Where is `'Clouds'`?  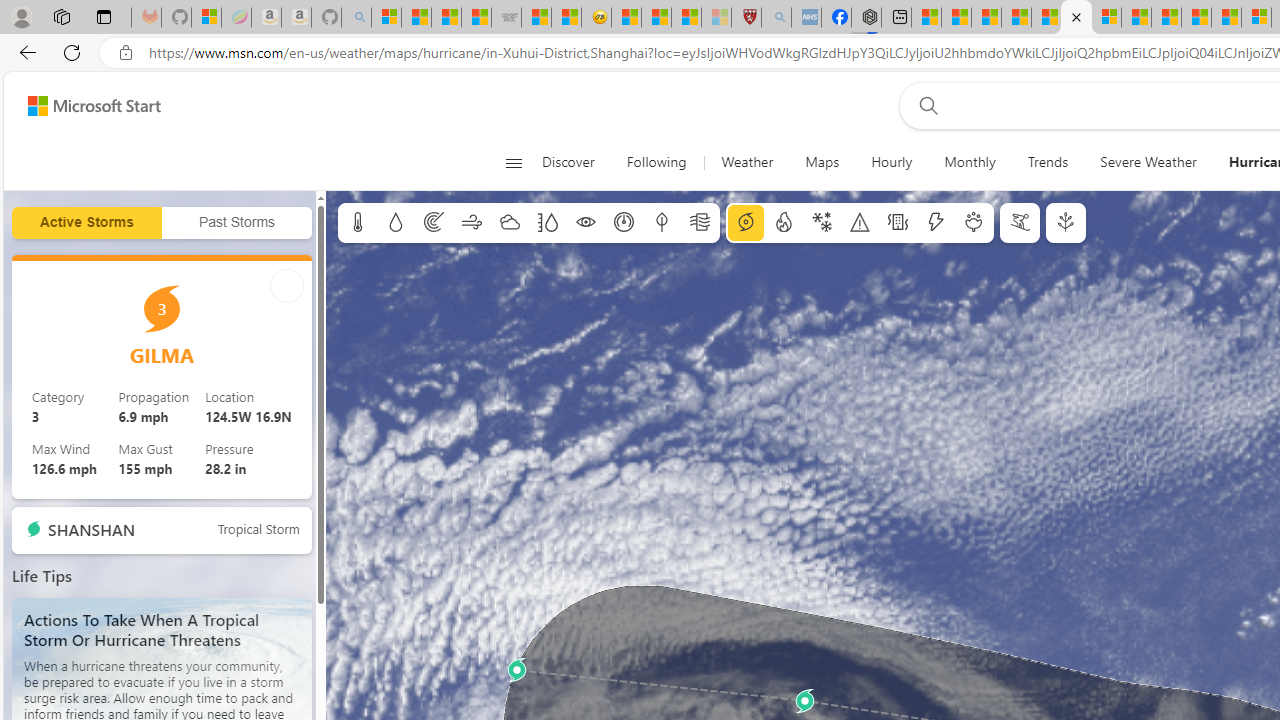 'Clouds' is located at coordinates (509, 223).